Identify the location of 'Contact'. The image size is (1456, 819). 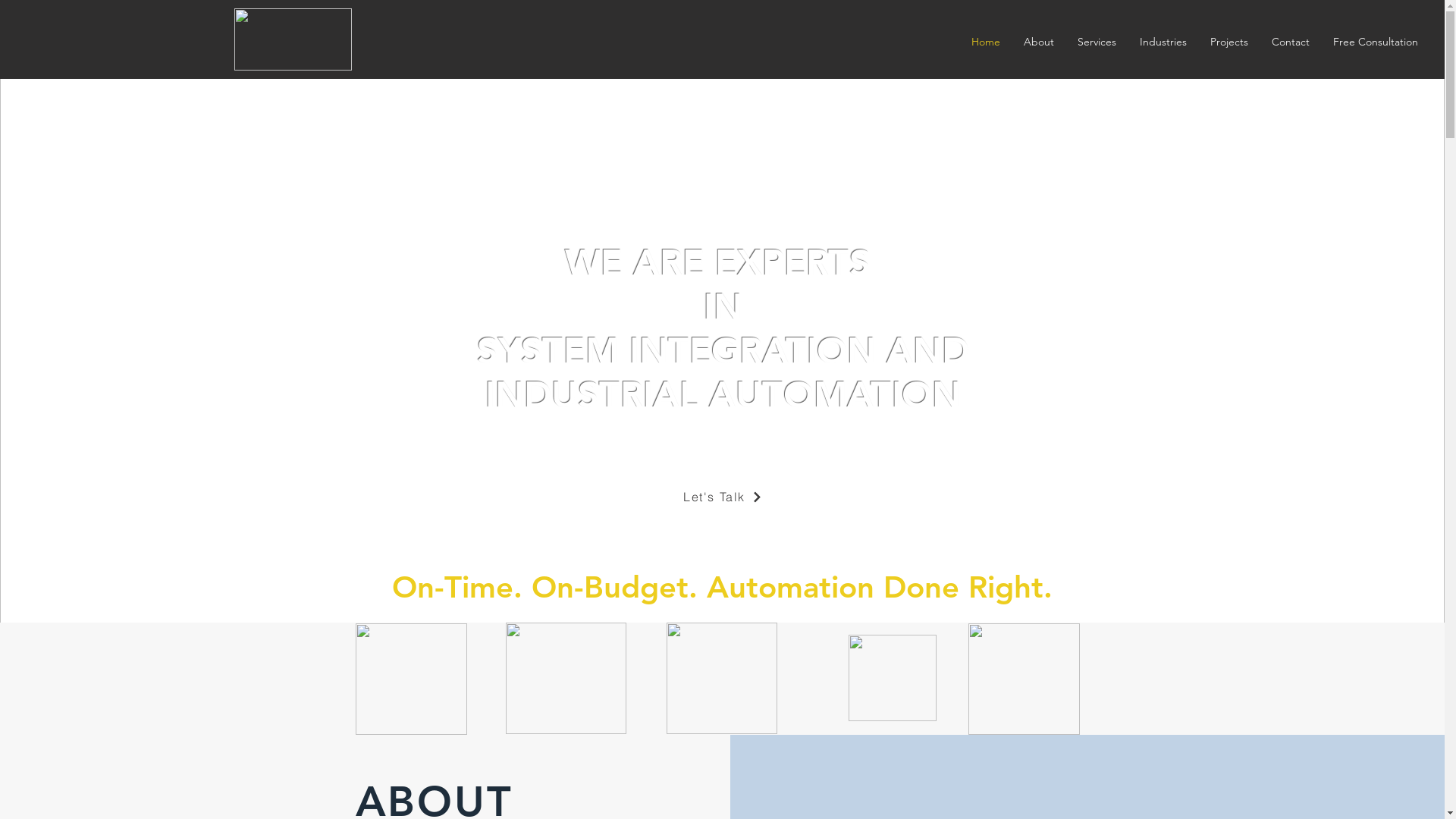
(1289, 41).